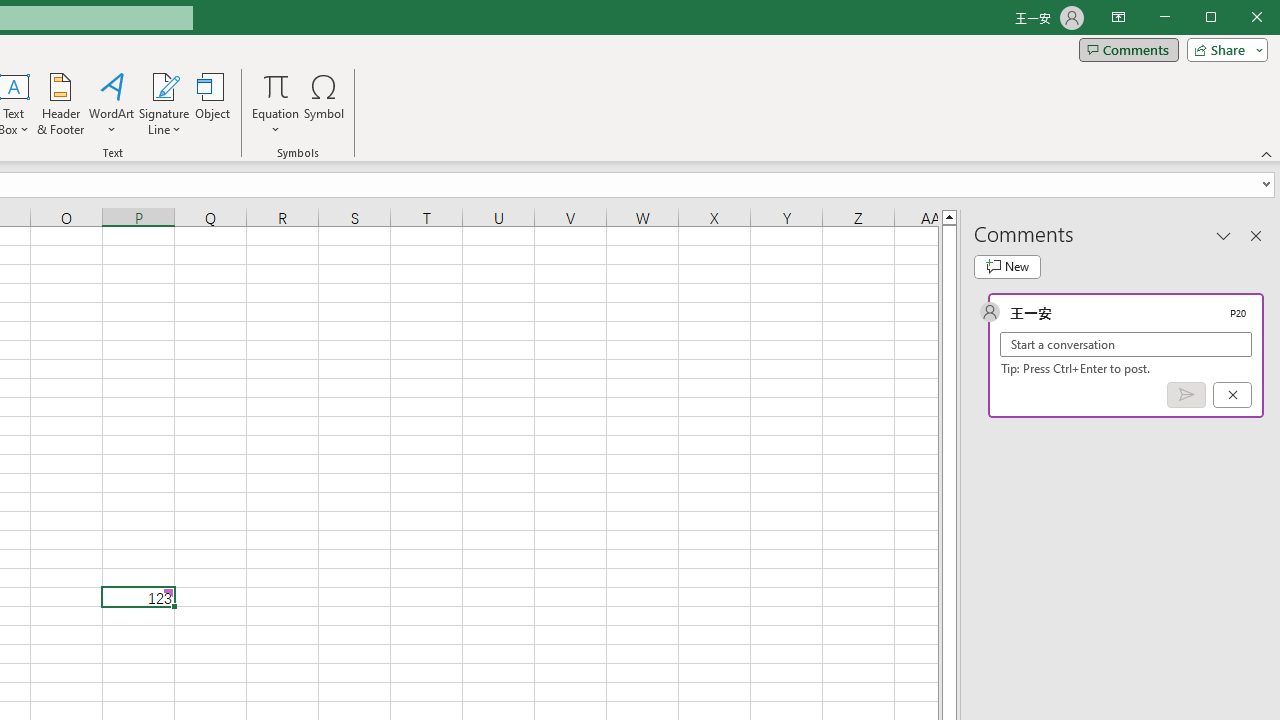 This screenshot has height=720, width=1280. What do you see at coordinates (1255, 234) in the screenshot?
I see `'Close pane'` at bounding box center [1255, 234].